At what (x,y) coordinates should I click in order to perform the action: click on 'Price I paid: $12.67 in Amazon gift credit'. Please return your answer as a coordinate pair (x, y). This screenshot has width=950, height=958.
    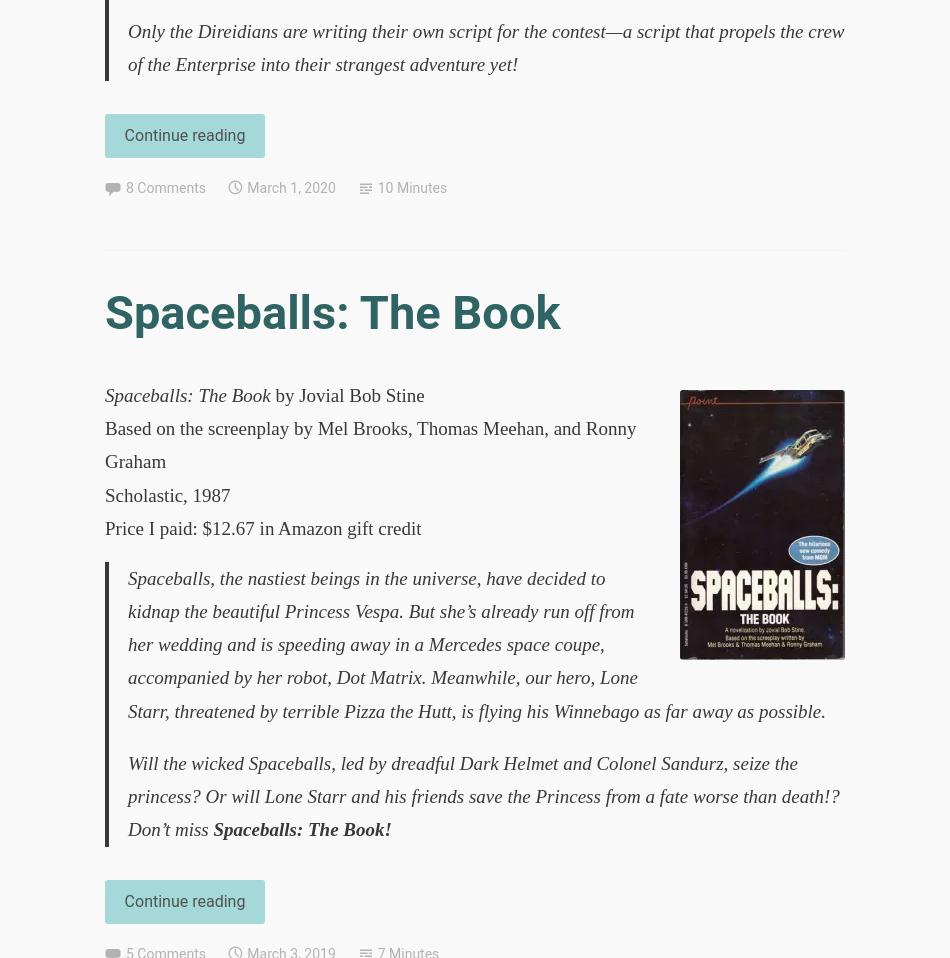
    Looking at the image, I should click on (261, 526).